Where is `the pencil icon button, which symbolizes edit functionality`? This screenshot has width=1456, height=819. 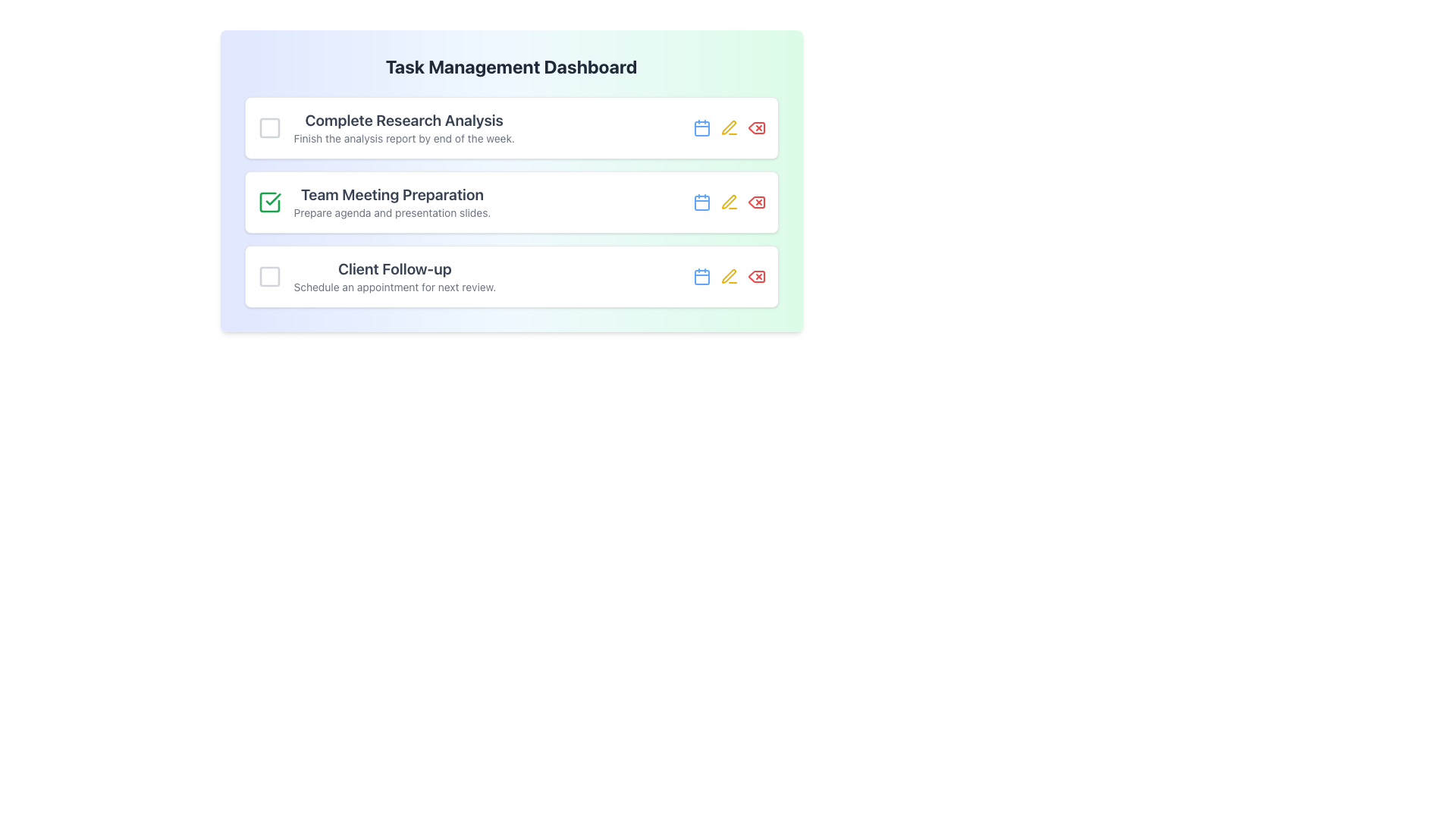 the pencil icon button, which symbolizes edit functionality is located at coordinates (728, 127).